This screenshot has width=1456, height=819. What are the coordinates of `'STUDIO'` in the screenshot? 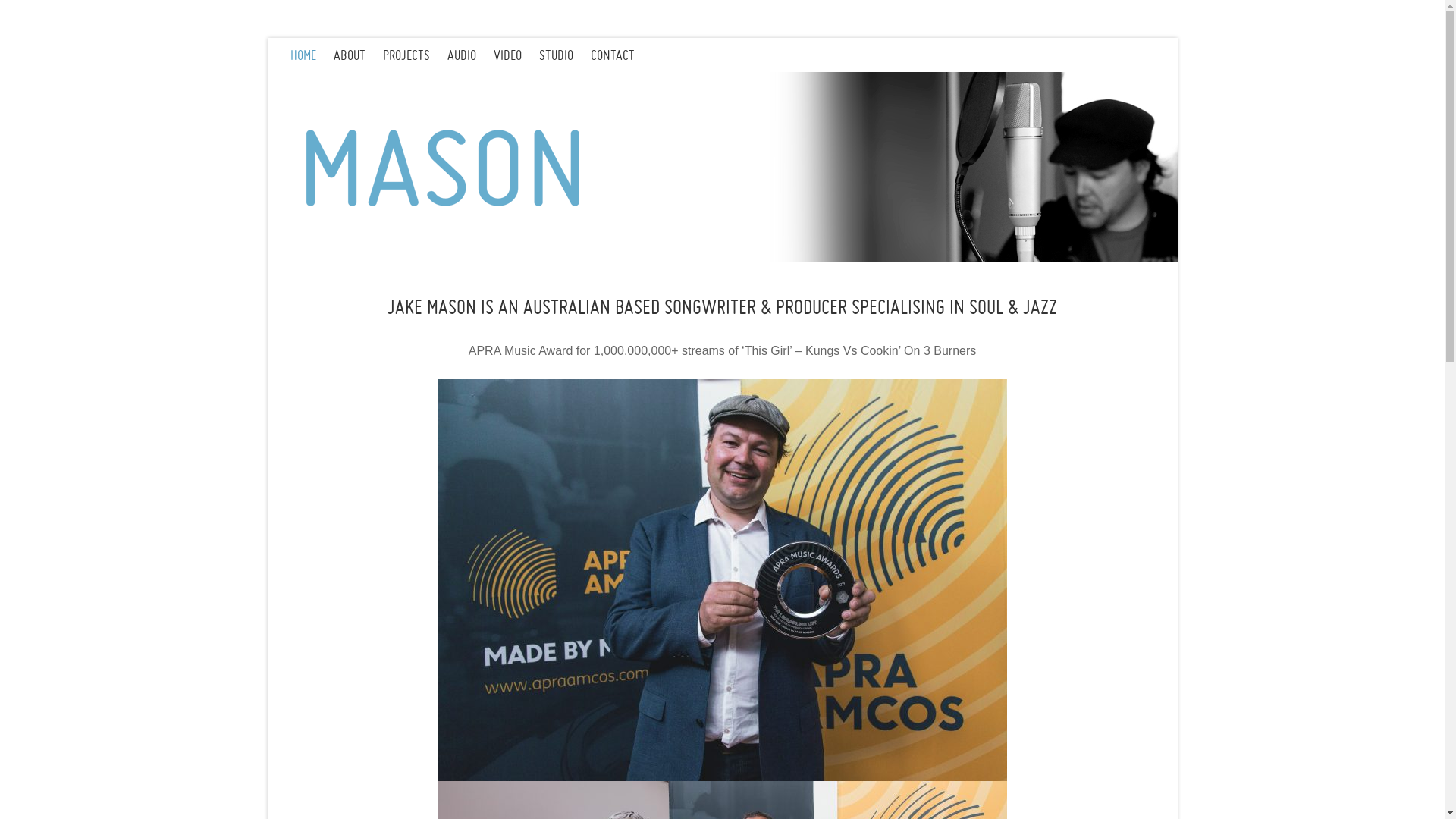 It's located at (538, 54).